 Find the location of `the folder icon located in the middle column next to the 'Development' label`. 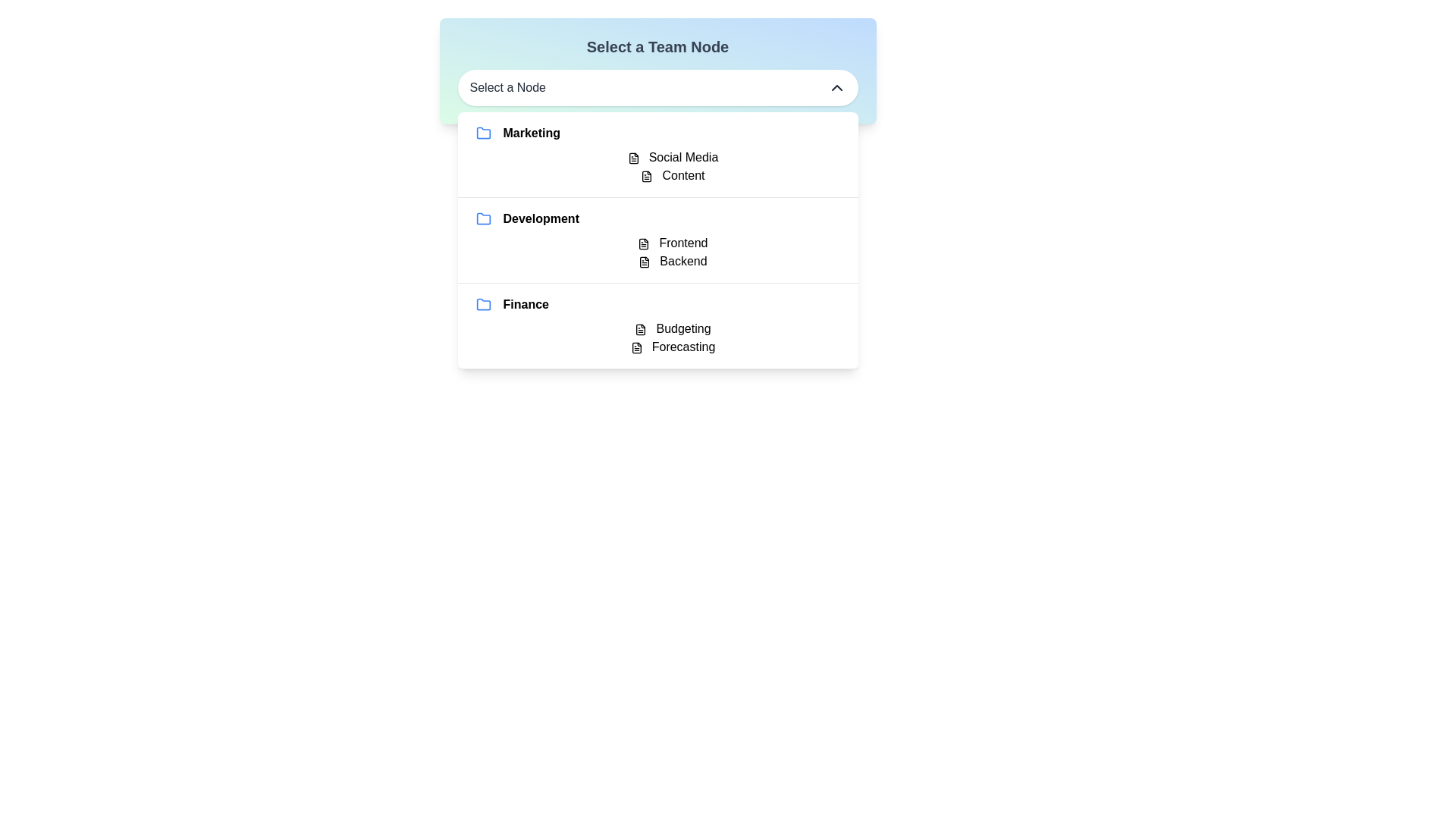

the folder icon located in the middle column next to the 'Development' label is located at coordinates (482, 218).